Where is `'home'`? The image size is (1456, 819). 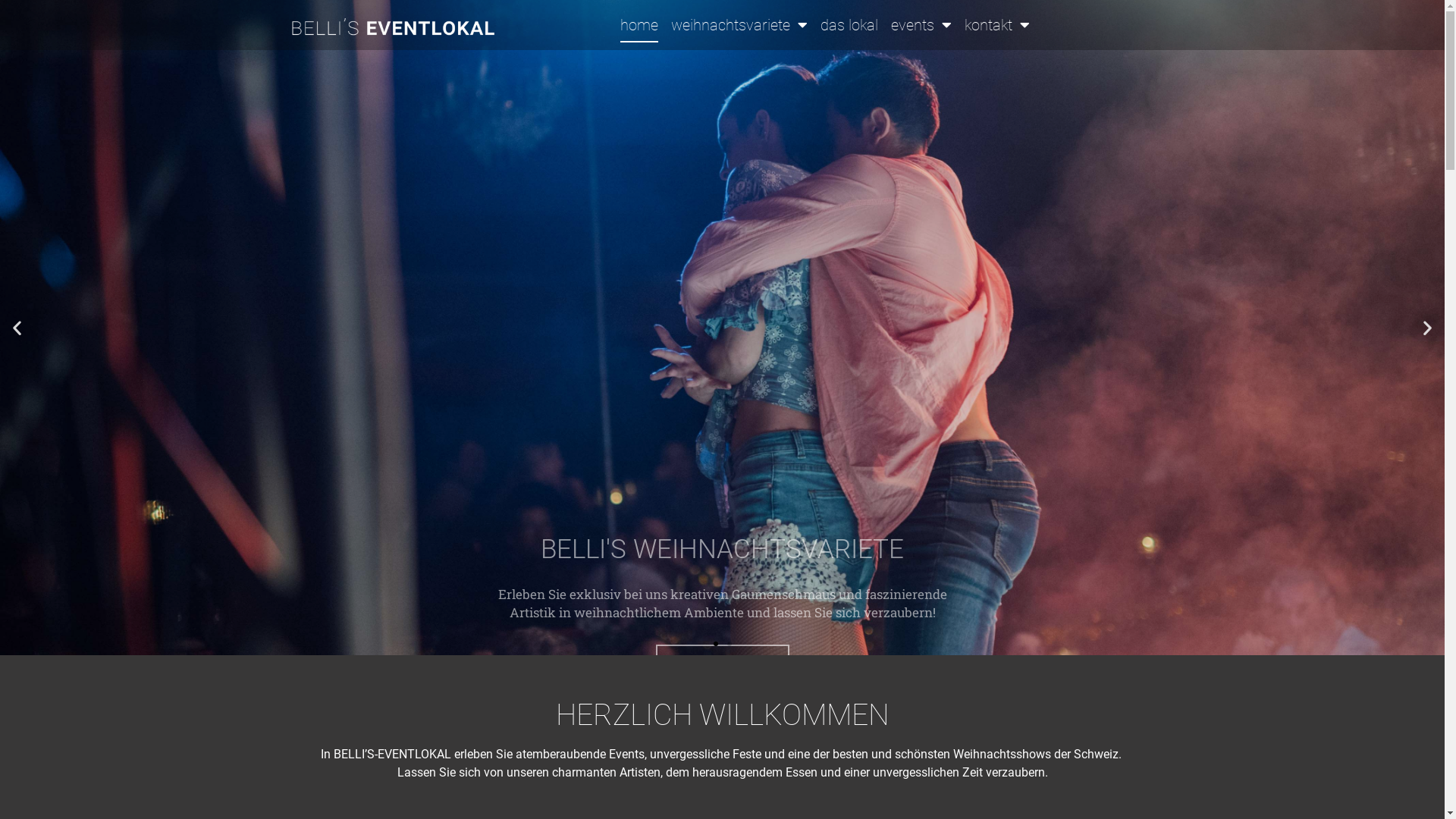 'home' is located at coordinates (639, 25).